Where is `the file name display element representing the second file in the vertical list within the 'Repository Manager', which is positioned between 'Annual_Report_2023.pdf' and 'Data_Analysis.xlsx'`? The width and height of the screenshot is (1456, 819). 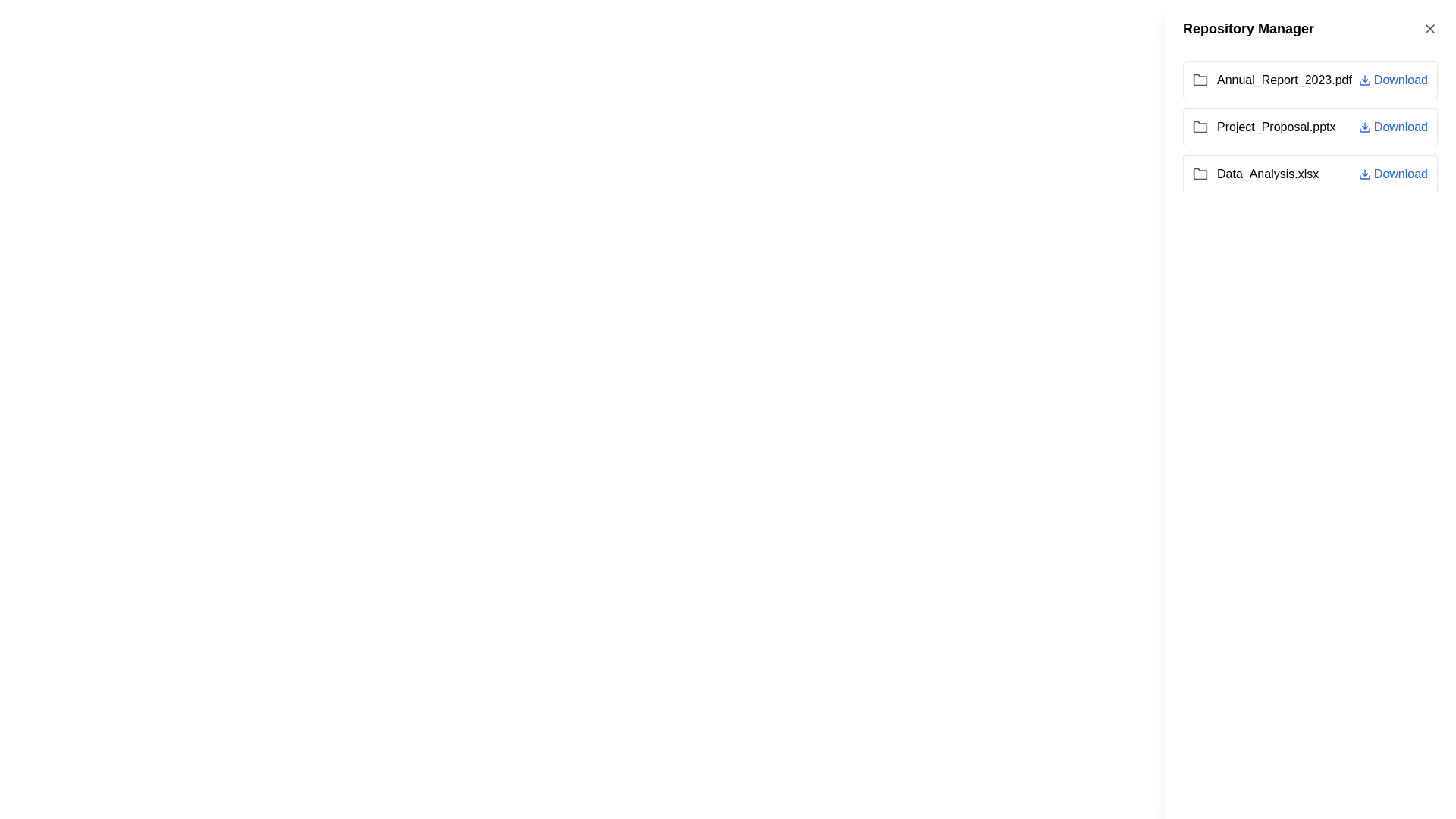 the file name display element representing the second file in the vertical list within the 'Repository Manager', which is positioned between 'Annual_Report_2023.pdf' and 'Data_Analysis.xlsx' is located at coordinates (1264, 127).